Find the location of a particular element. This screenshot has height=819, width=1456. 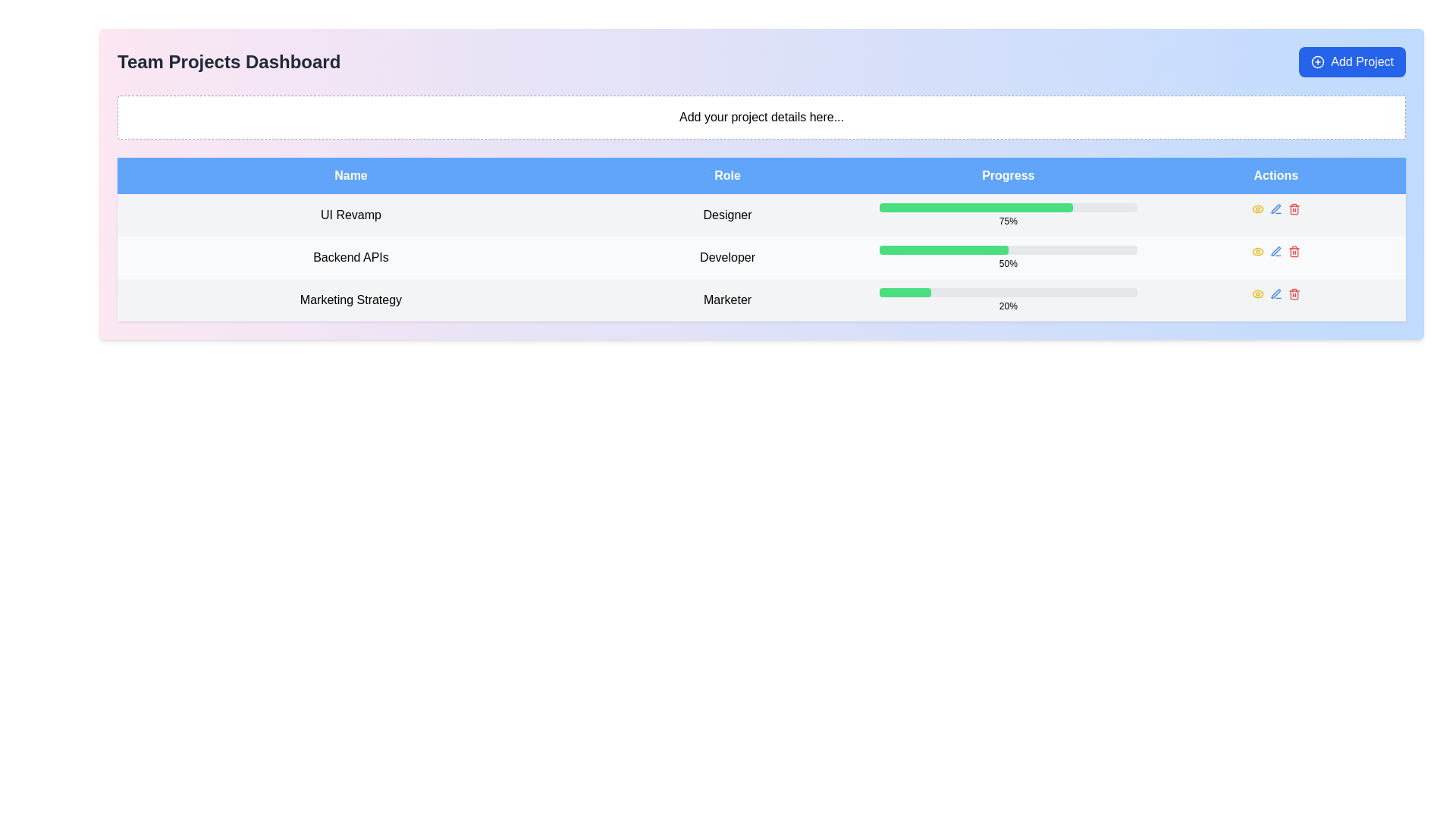

the red trashcan icon button located in the rightmost column under the 'Actions' header is located at coordinates (1293, 295).